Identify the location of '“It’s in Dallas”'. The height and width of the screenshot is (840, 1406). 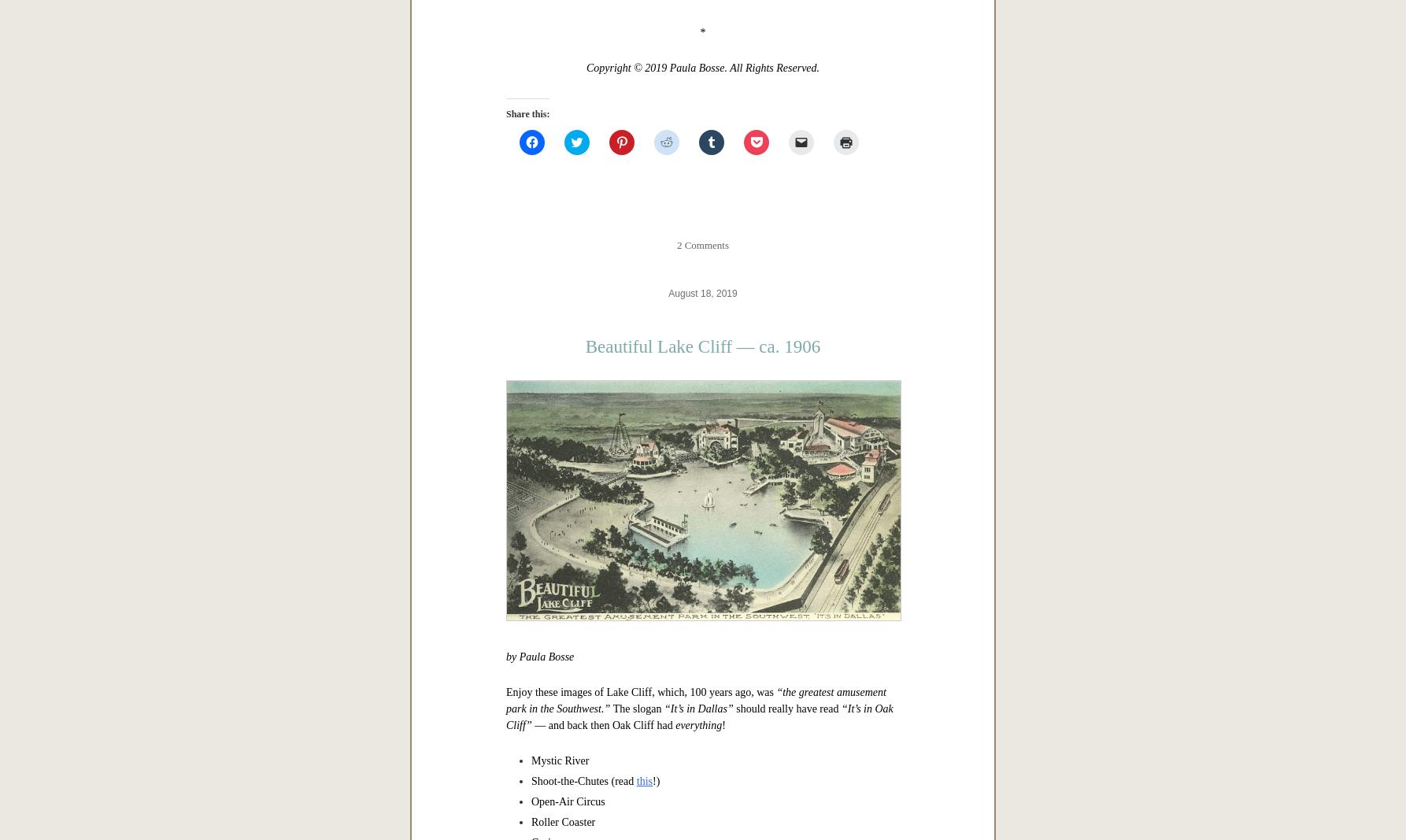
(664, 708).